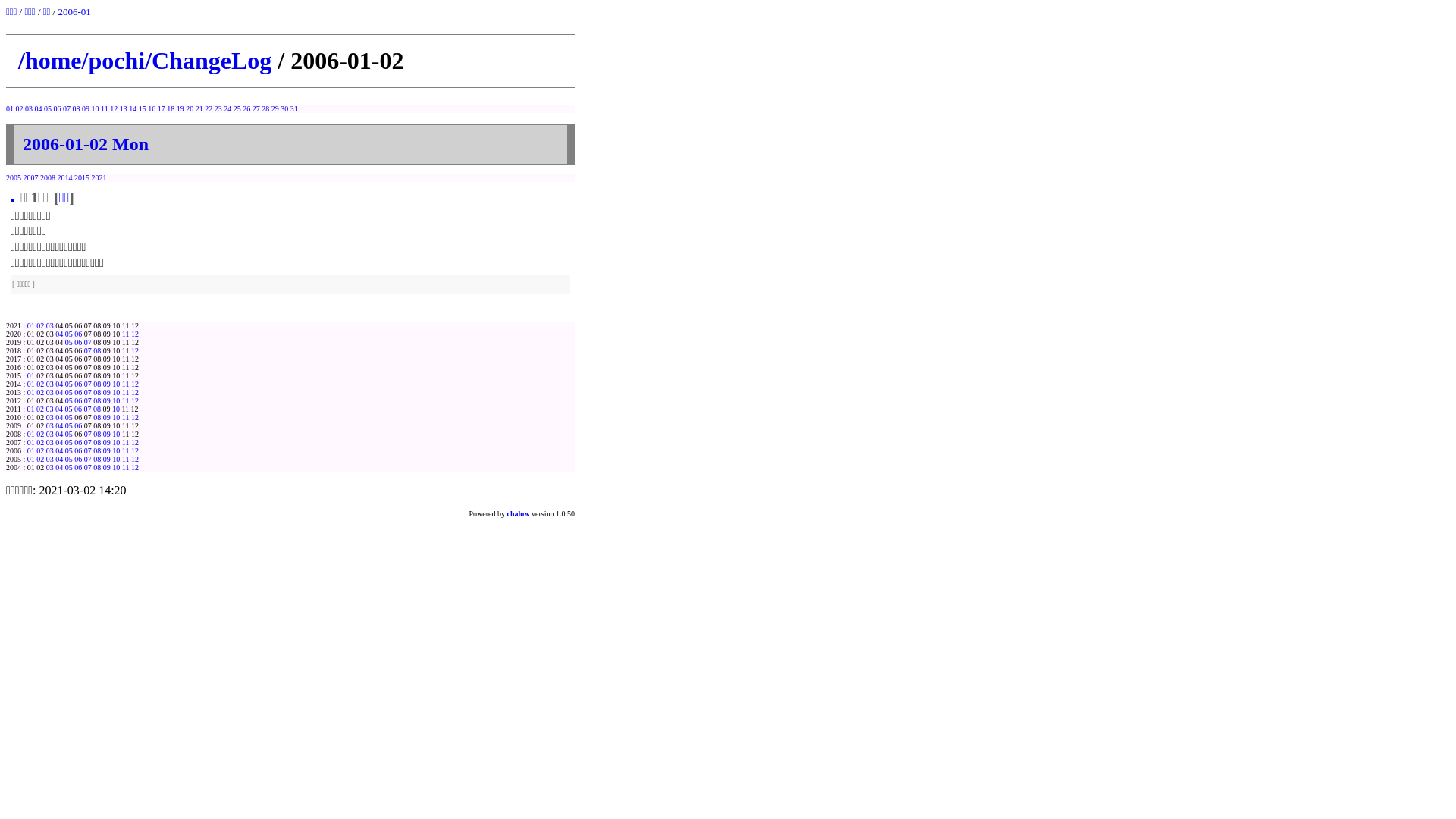 This screenshot has width=1456, height=819. I want to click on '03', so click(50, 391).